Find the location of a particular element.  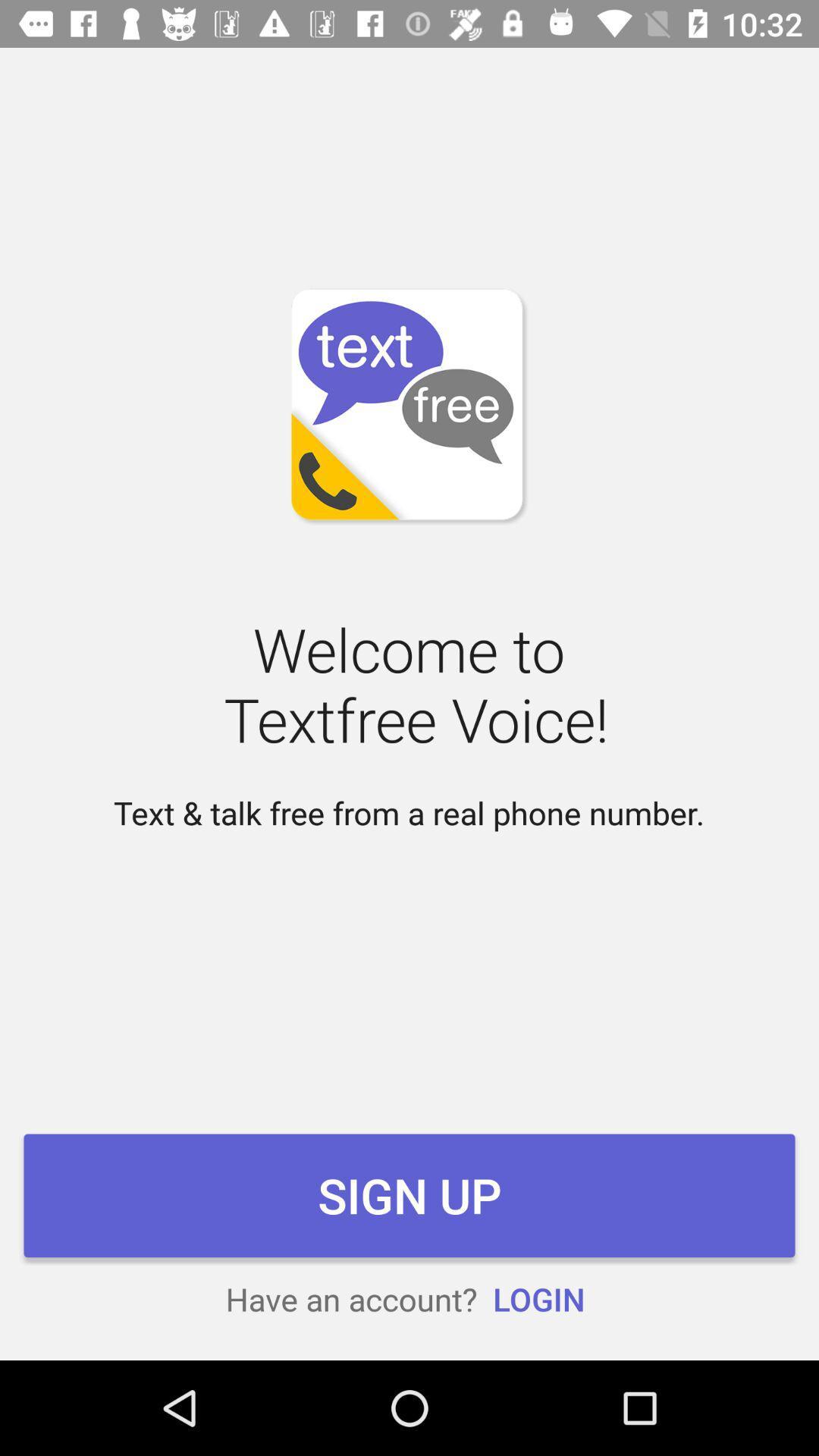

the item above the login is located at coordinates (409, 1194).